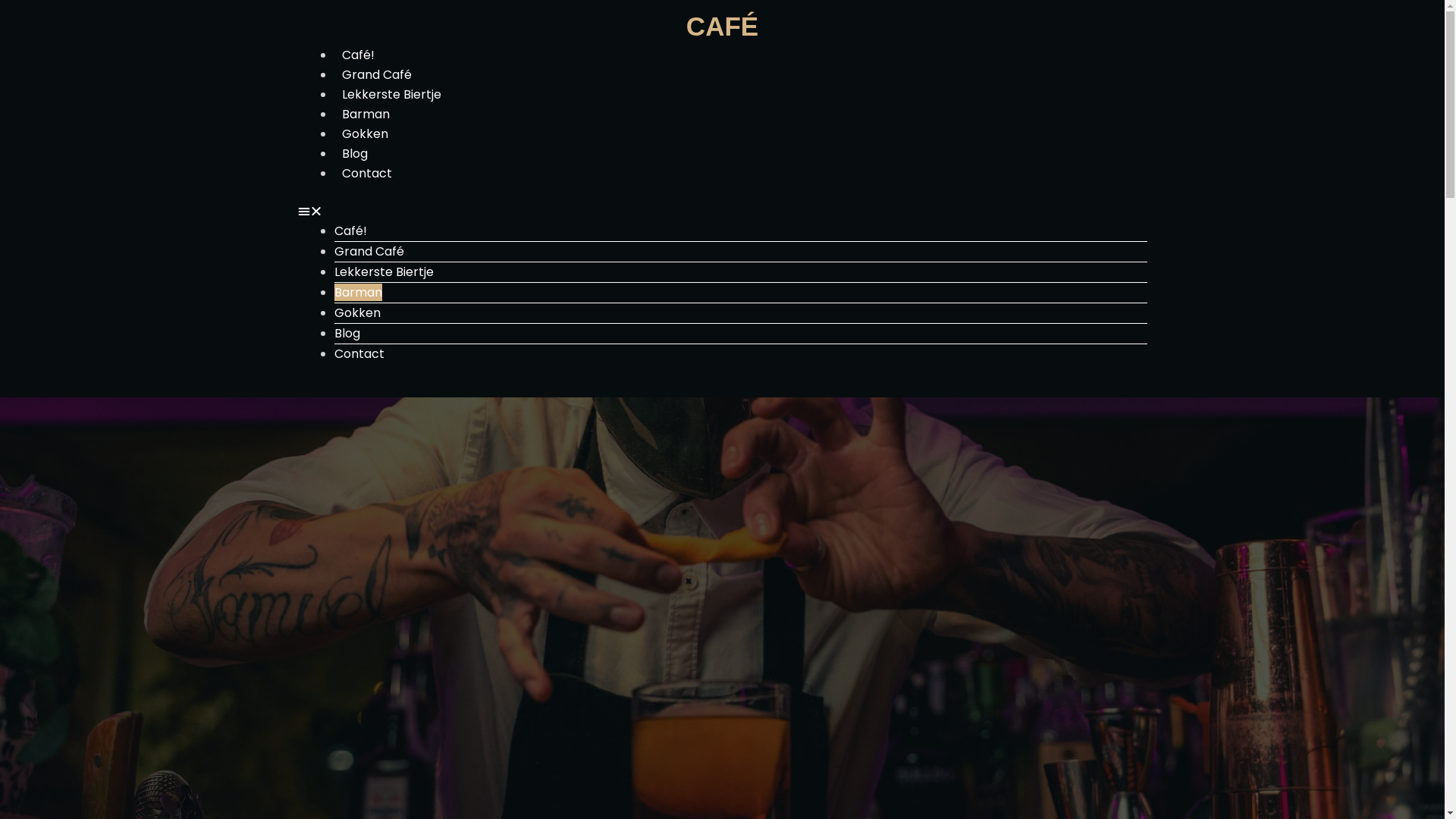 The width and height of the screenshot is (1456, 819). I want to click on 'Gokken', so click(364, 133).